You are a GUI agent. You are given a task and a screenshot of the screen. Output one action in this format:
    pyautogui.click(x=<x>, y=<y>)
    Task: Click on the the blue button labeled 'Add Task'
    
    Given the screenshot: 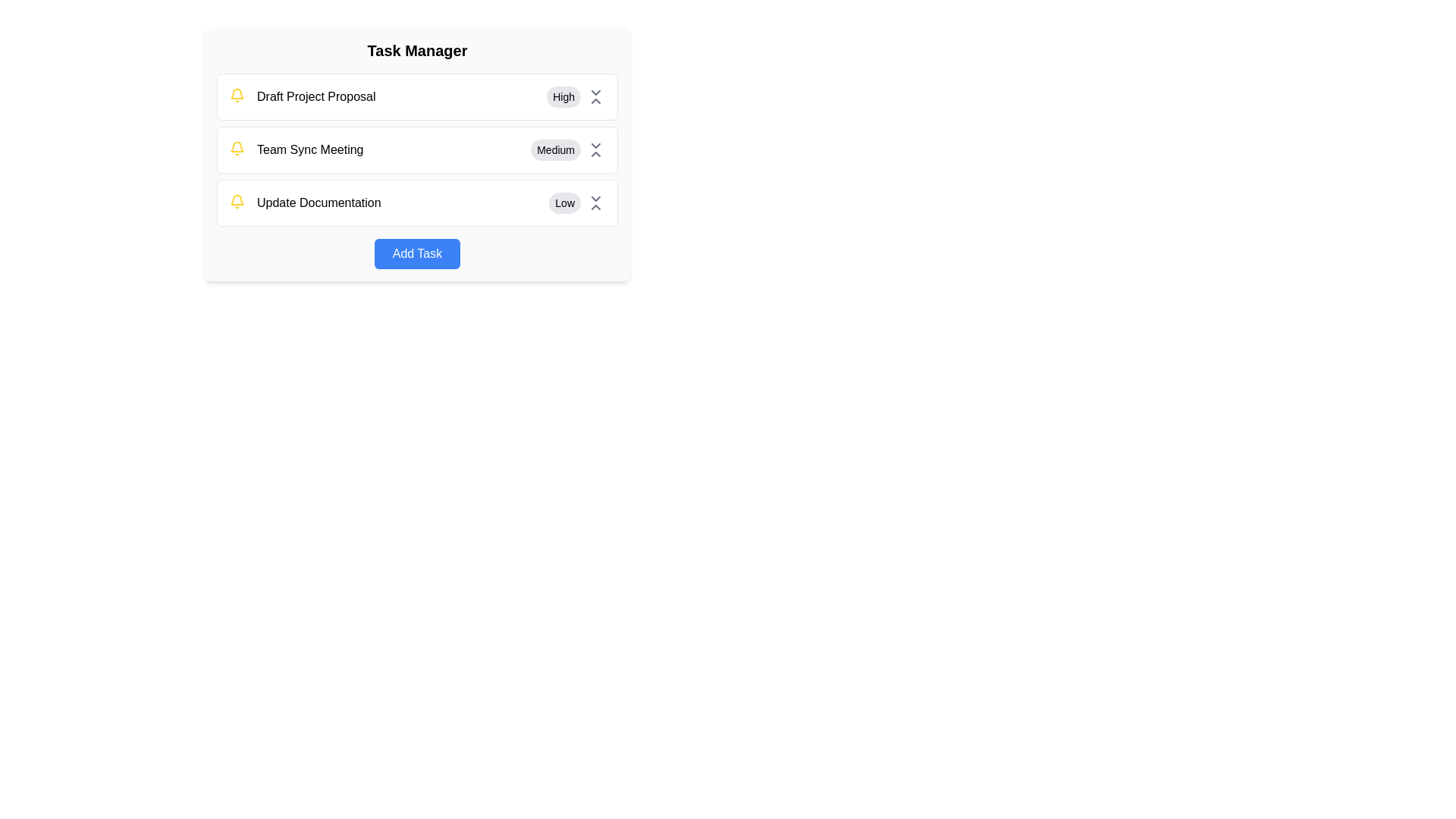 What is the action you would take?
    pyautogui.click(x=417, y=253)
    